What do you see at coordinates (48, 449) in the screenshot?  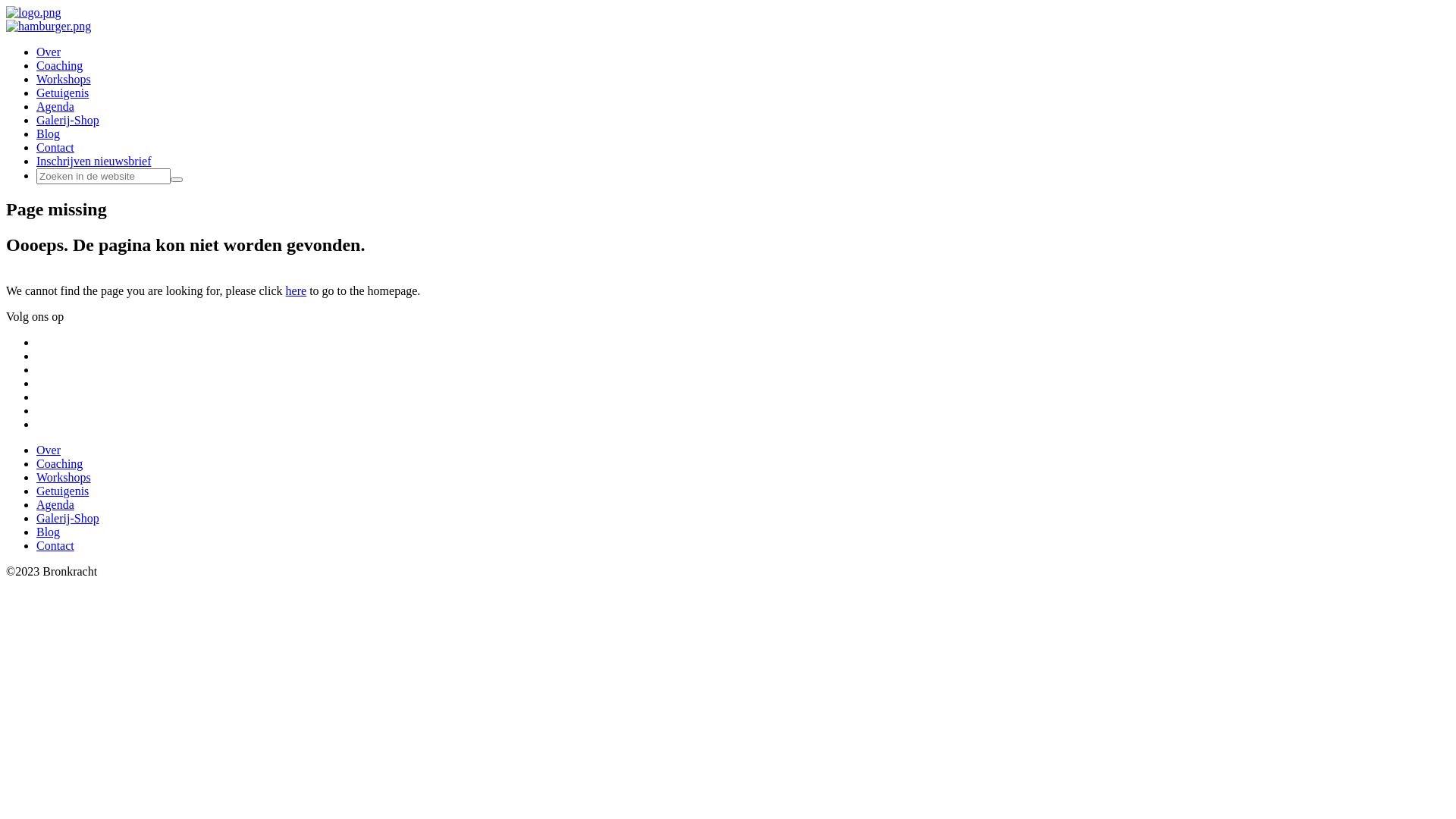 I see `'Over'` at bounding box center [48, 449].